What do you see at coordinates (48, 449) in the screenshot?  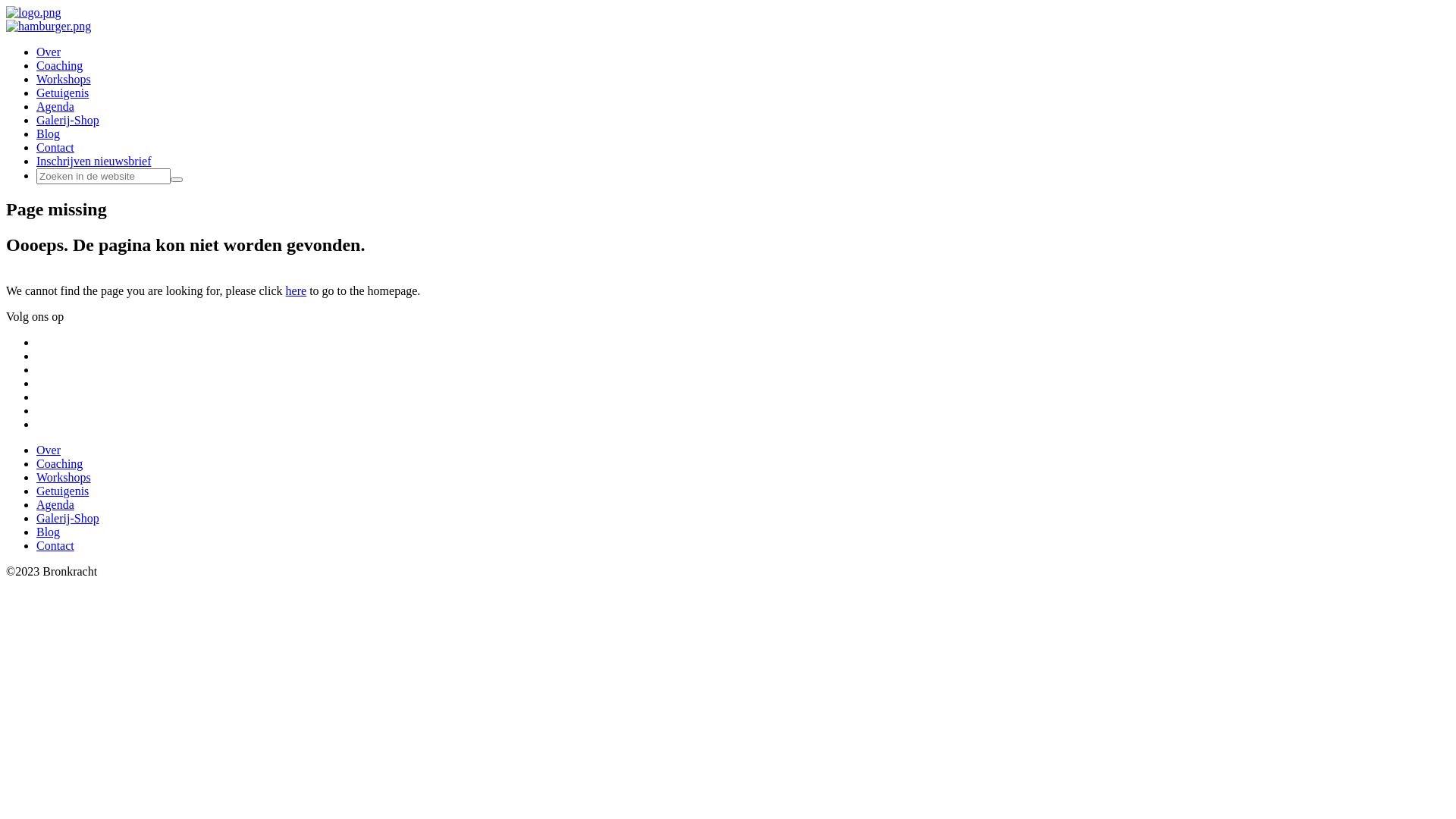 I see `'Over'` at bounding box center [48, 449].